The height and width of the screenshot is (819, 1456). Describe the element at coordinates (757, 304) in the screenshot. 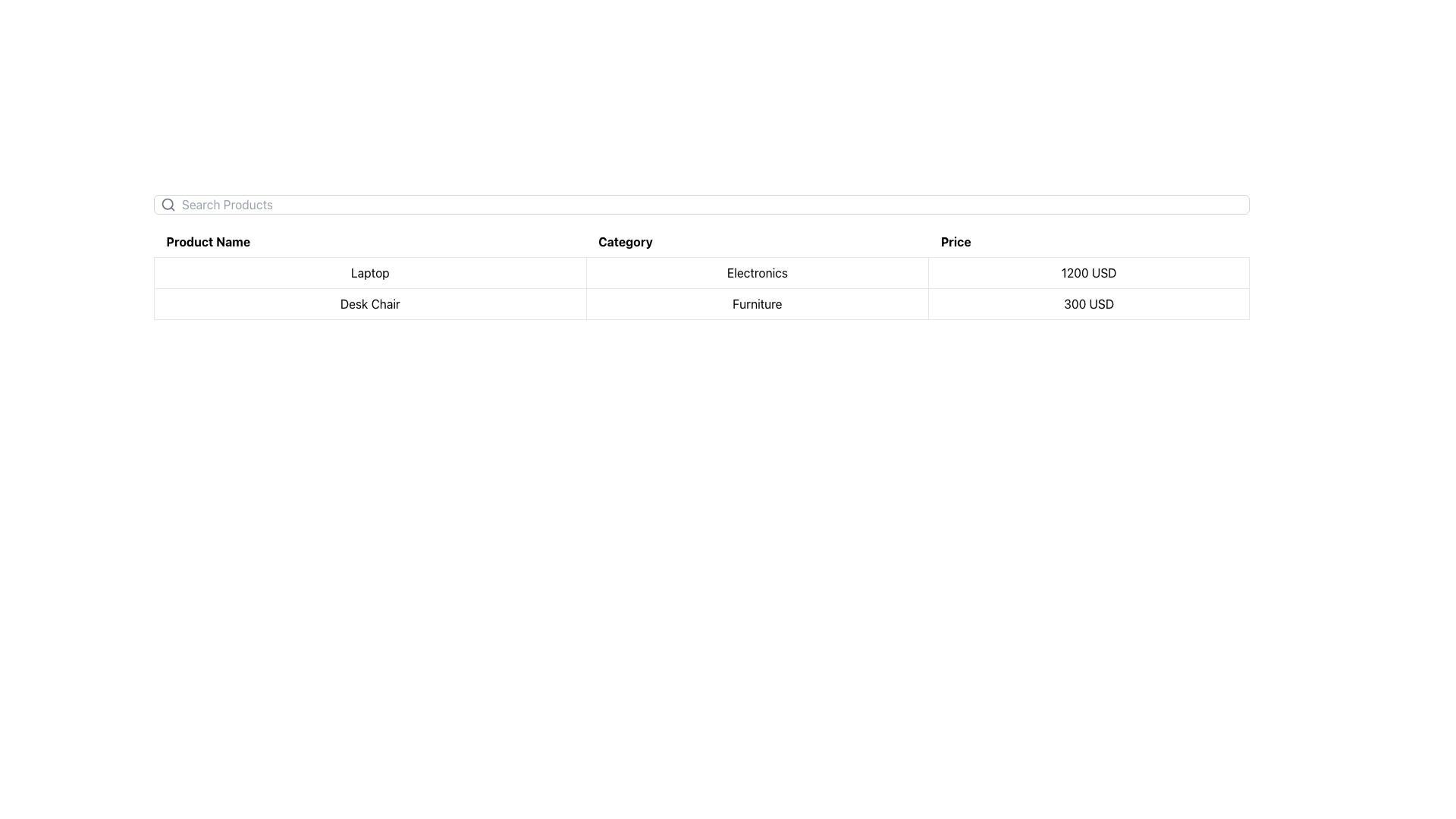

I see `the text content of the 'Furniture' label located in the second row of the table under the 'Category' column` at that location.